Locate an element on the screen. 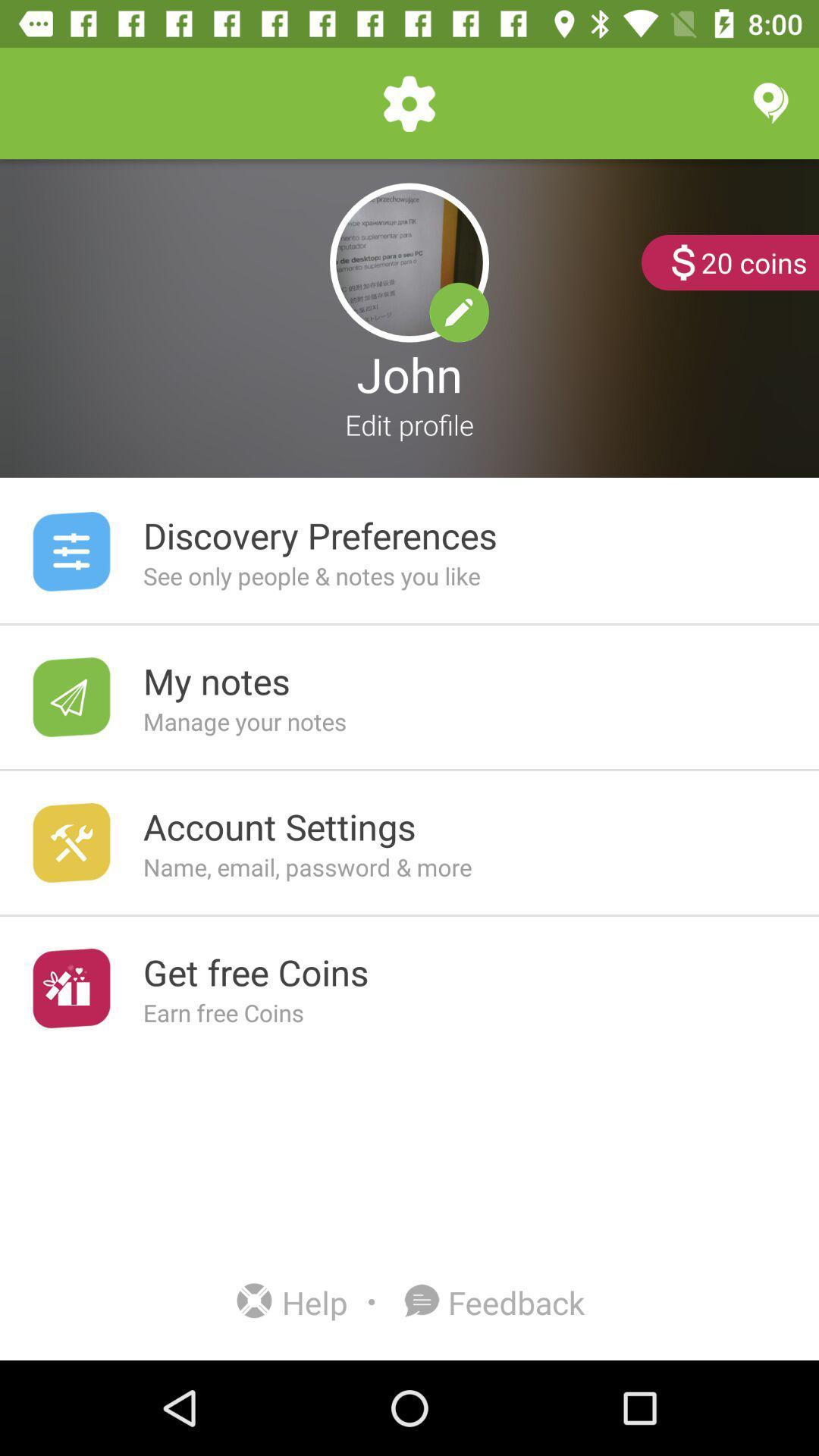  the dollar sign option is located at coordinates (683, 262).